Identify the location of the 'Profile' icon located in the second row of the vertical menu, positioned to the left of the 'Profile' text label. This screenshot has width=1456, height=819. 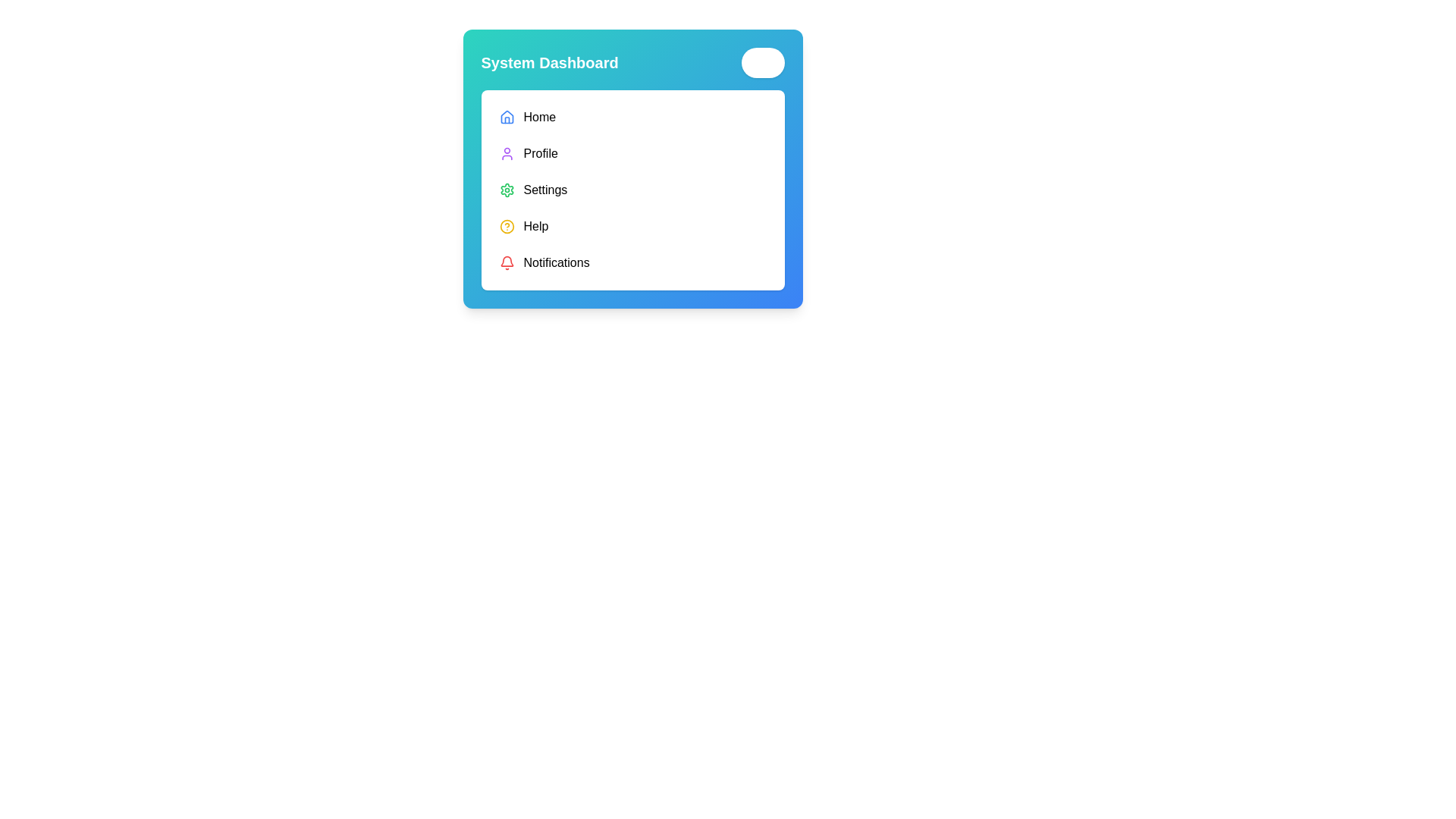
(507, 154).